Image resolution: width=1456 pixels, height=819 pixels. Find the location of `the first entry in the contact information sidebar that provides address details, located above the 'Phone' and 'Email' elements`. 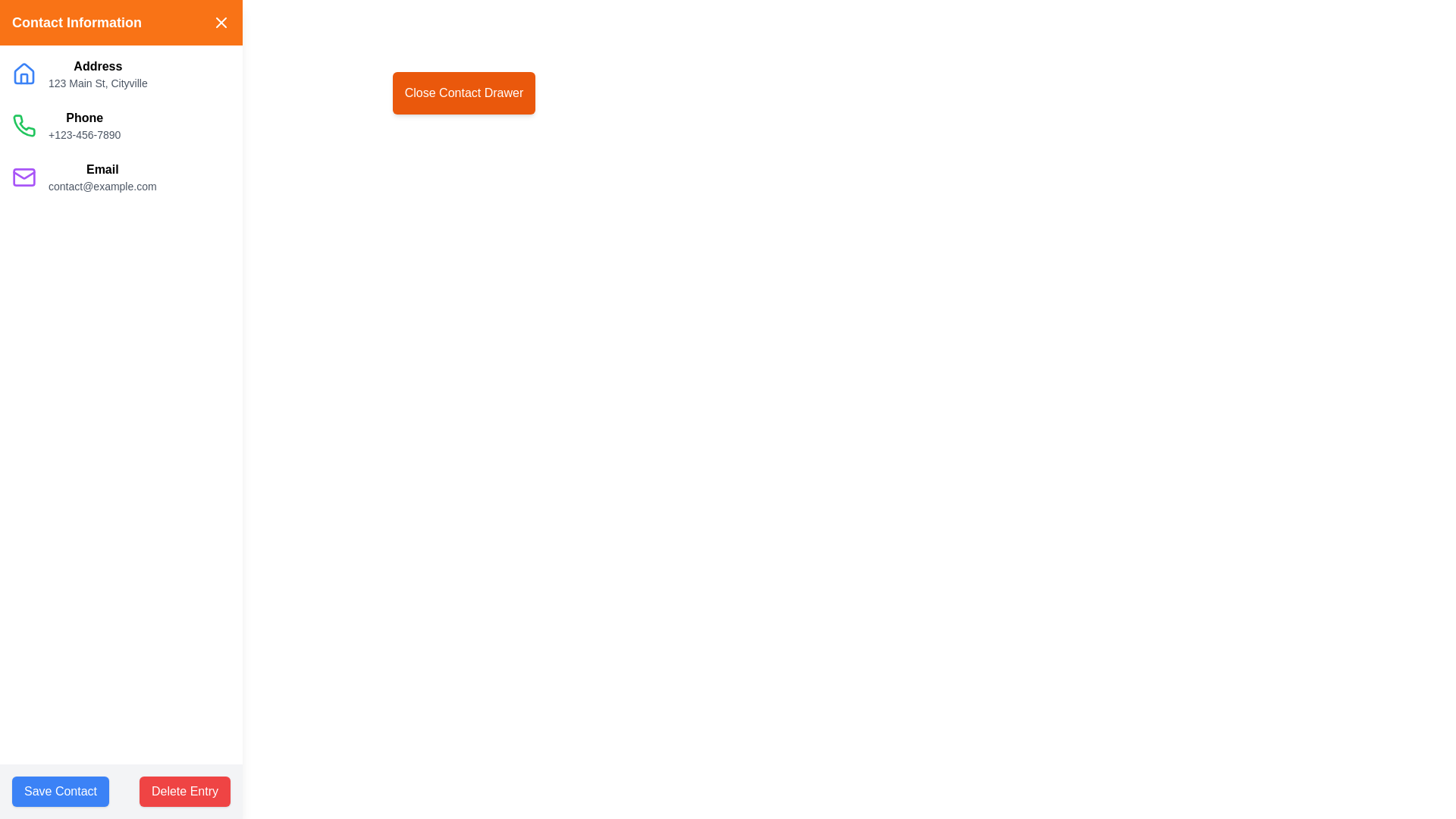

the first entry in the contact information sidebar that provides address details, located above the 'Phone' and 'Email' elements is located at coordinates (120, 74).